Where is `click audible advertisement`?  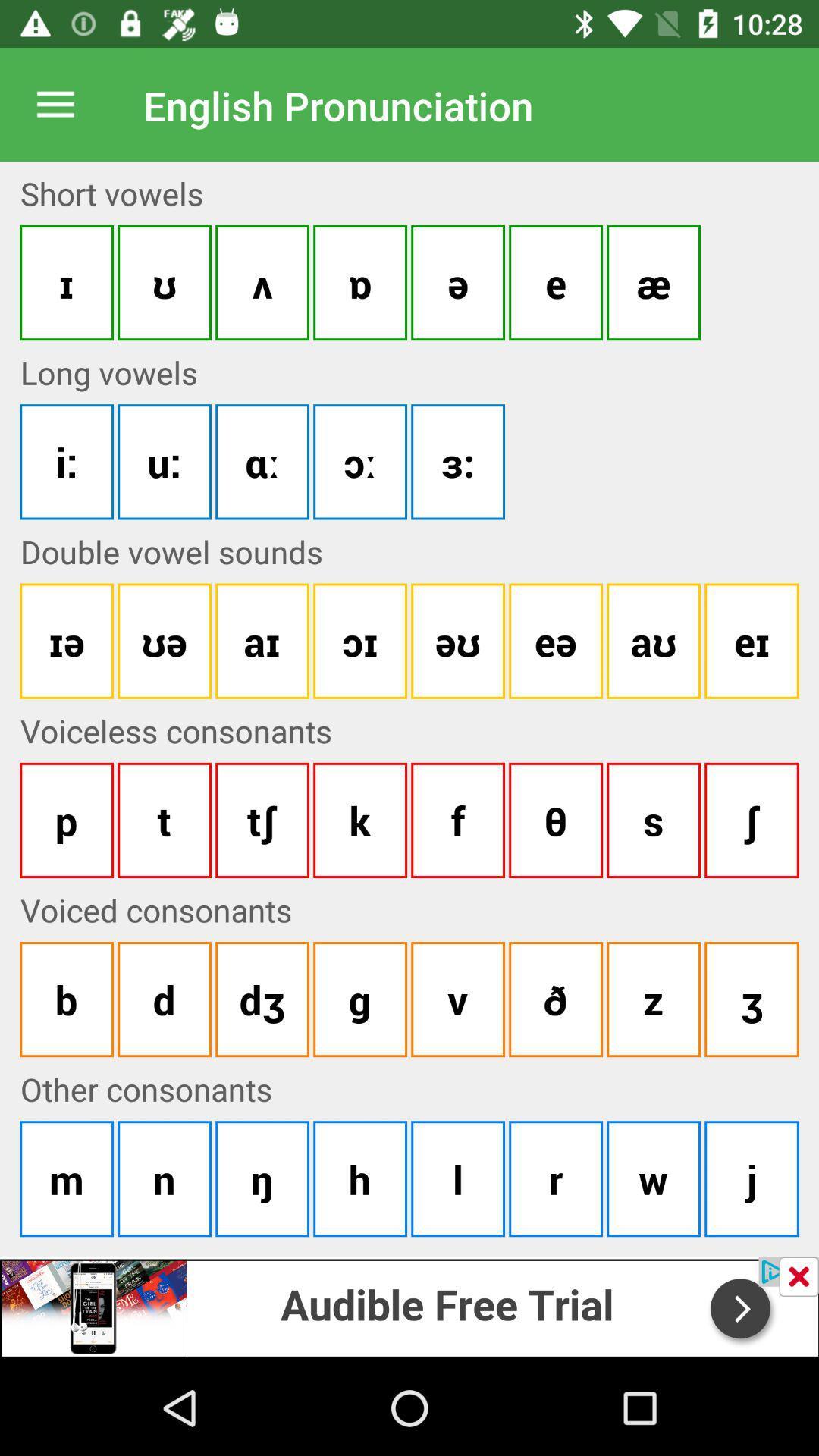
click audible advertisement is located at coordinates (409, 1306).